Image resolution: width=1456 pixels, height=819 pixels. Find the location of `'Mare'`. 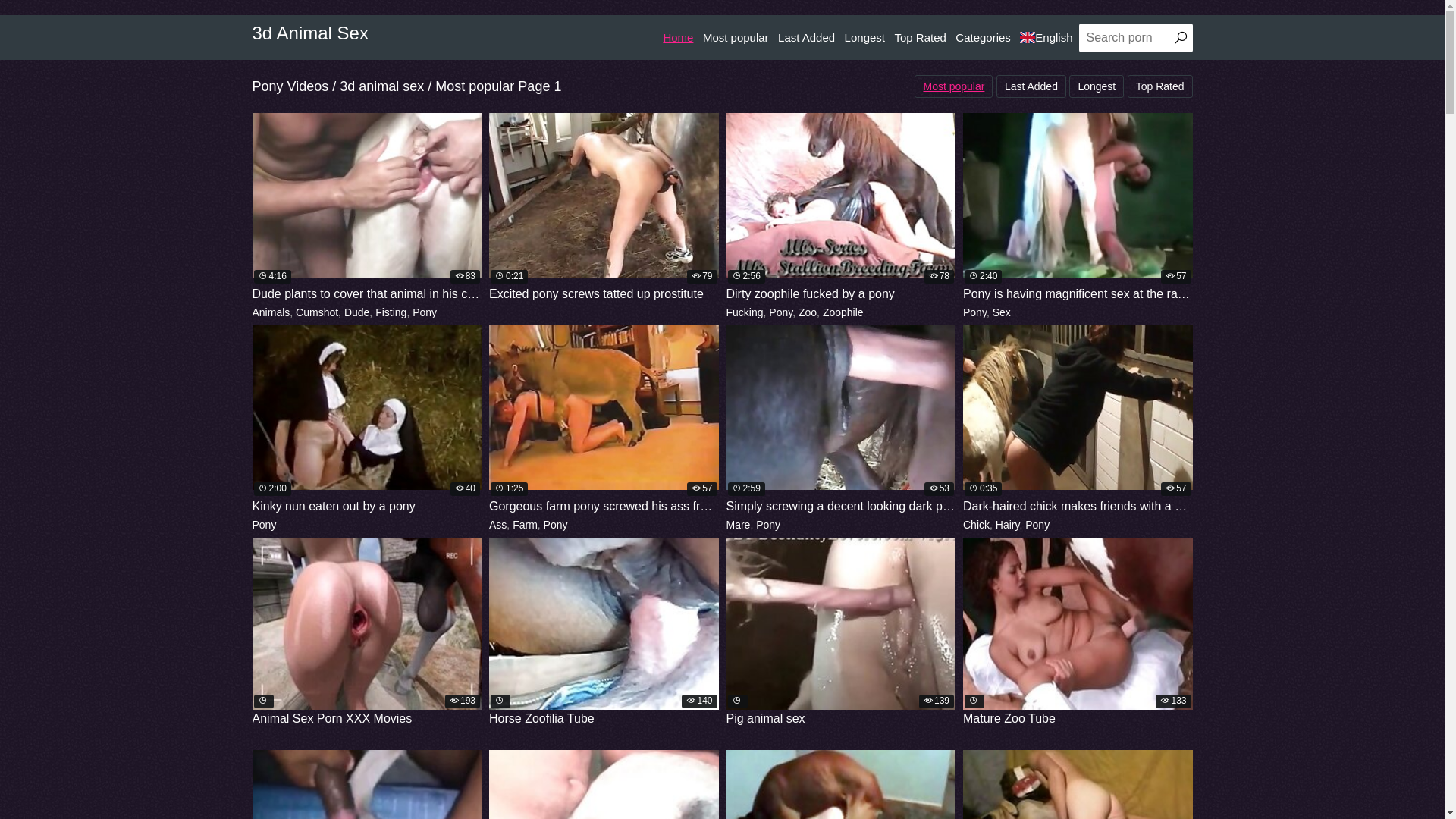

'Mare' is located at coordinates (739, 523).